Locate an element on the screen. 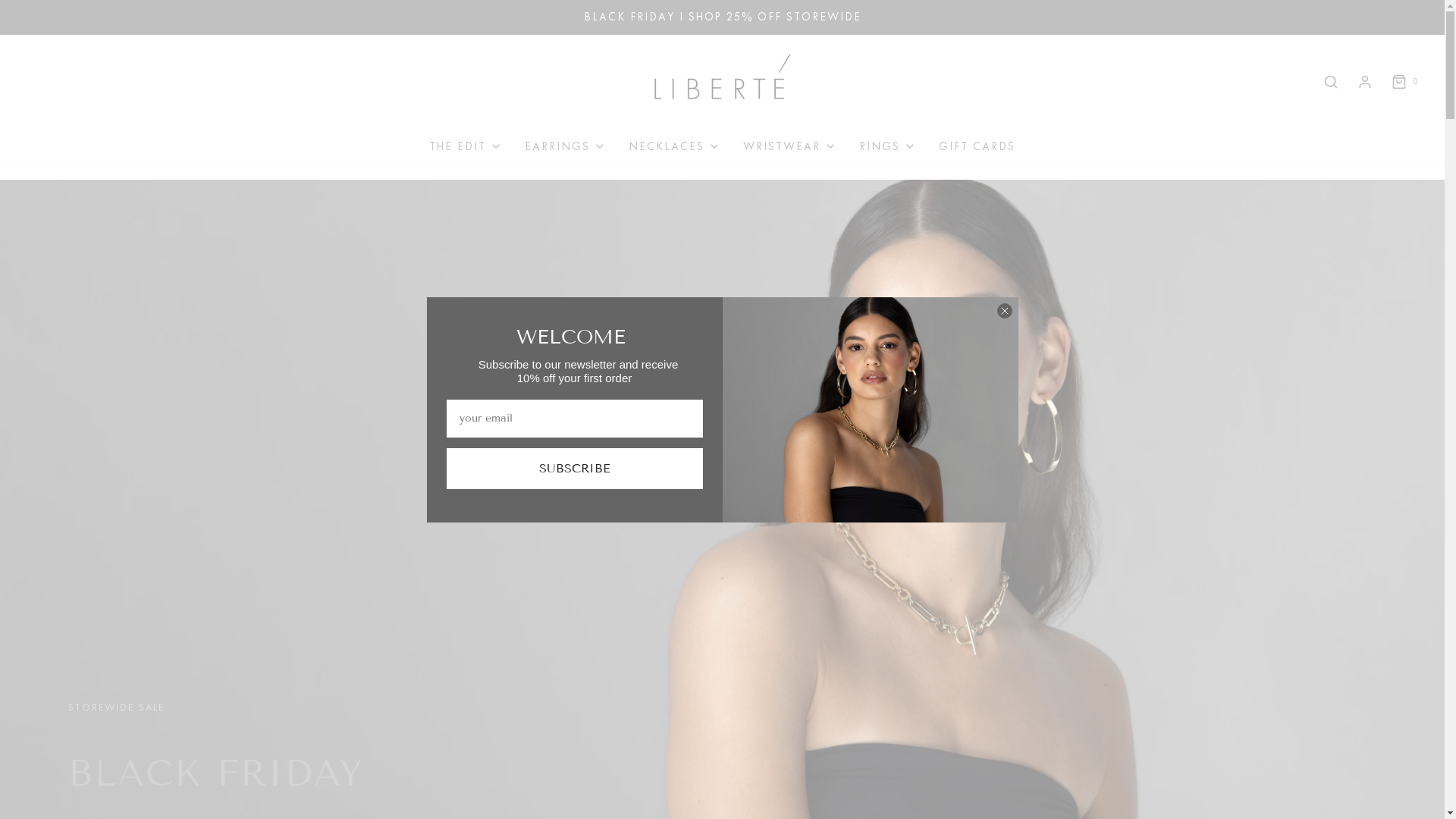 This screenshot has height=819, width=1456. '0' is located at coordinates (1403, 82).